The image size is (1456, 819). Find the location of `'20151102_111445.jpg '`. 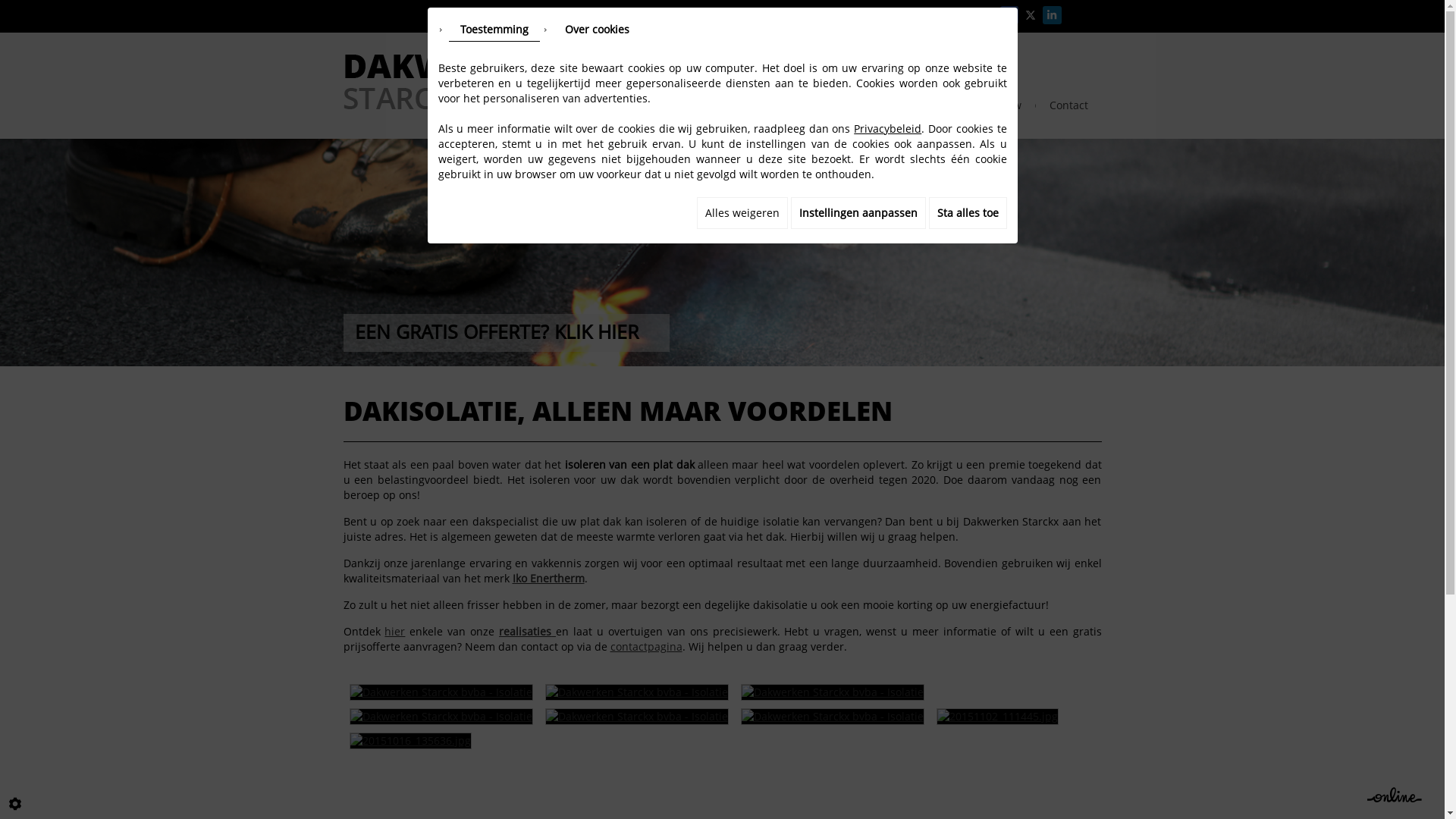

'20151102_111445.jpg ' is located at coordinates (934, 717).